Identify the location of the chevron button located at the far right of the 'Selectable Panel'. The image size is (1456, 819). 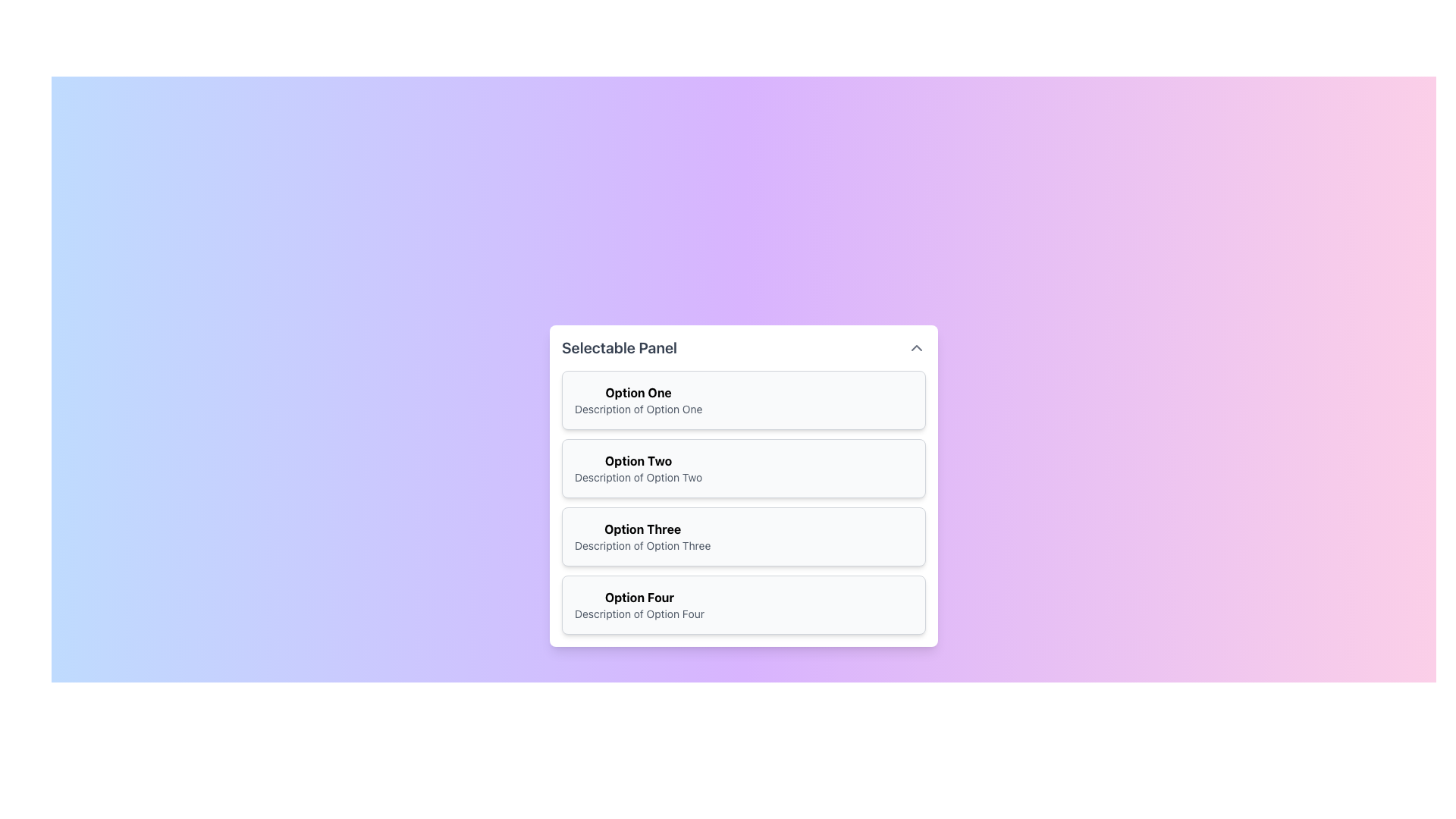
(916, 348).